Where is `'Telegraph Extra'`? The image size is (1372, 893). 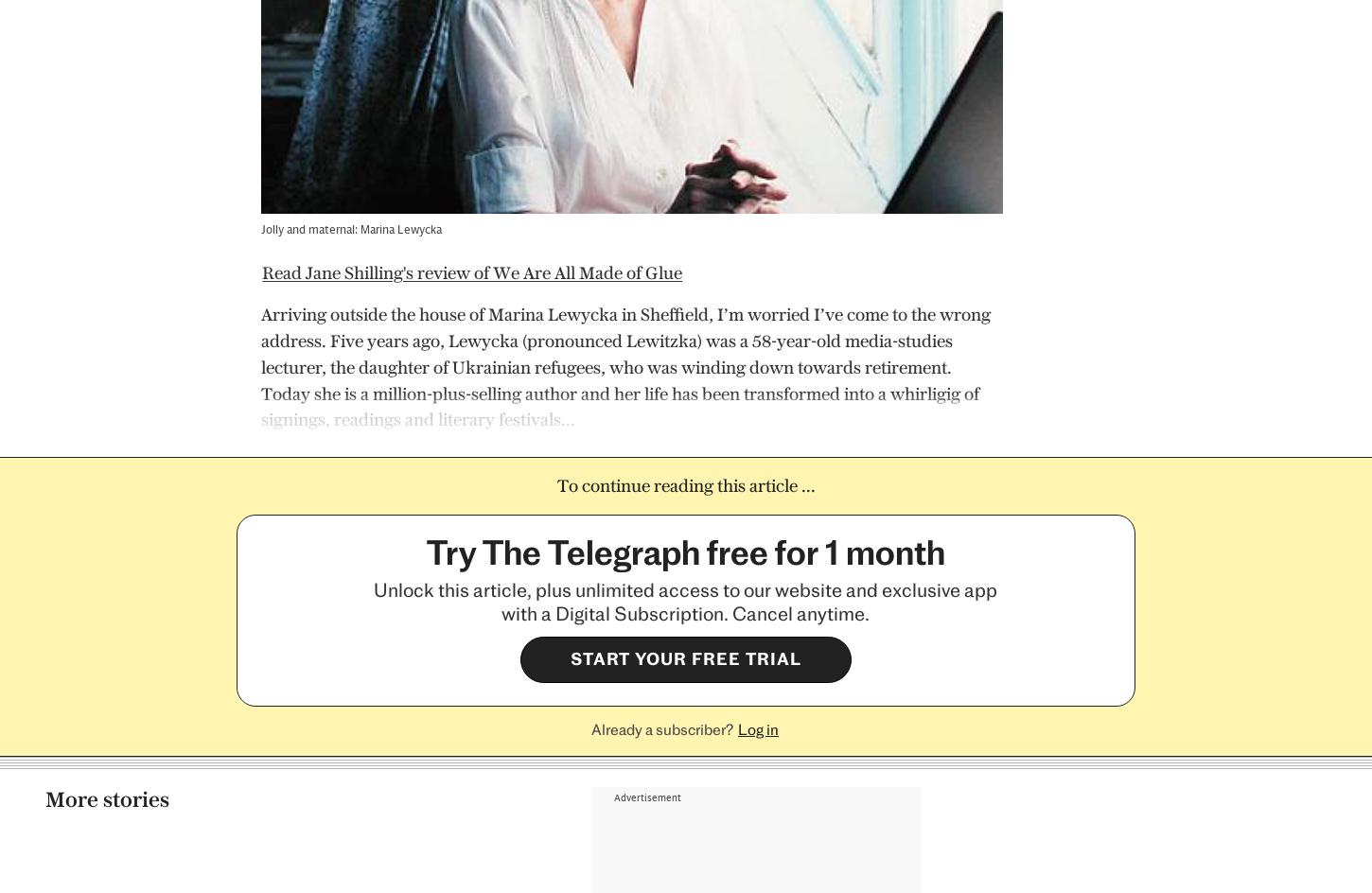 'Telegraph Extra' is located at coordinates (629, 832).